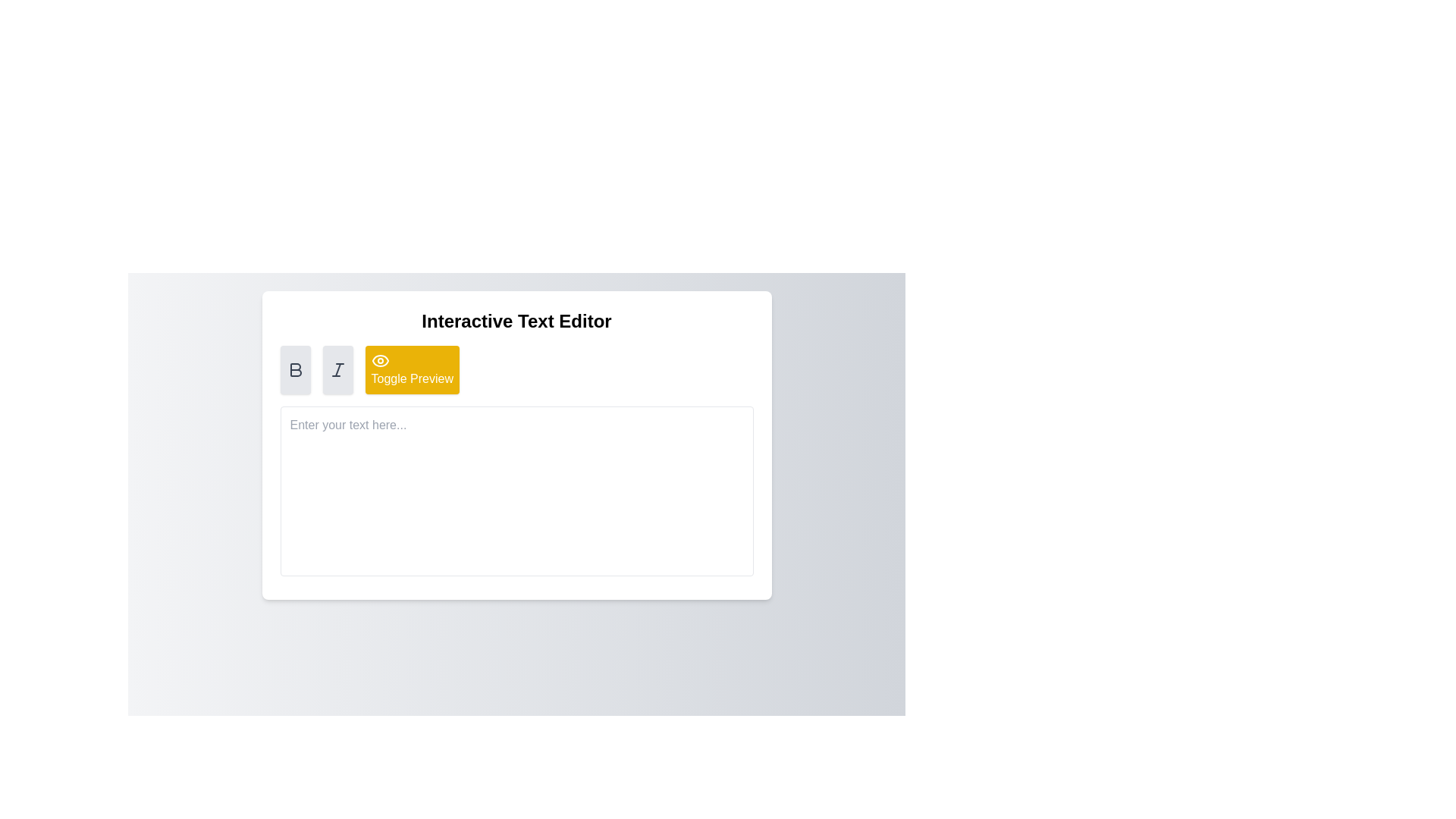 The width and height of the screenshot is (1456, 819). I want to click on the third button in the top section of the 'Interactive Text Editor', so click(412, 370).